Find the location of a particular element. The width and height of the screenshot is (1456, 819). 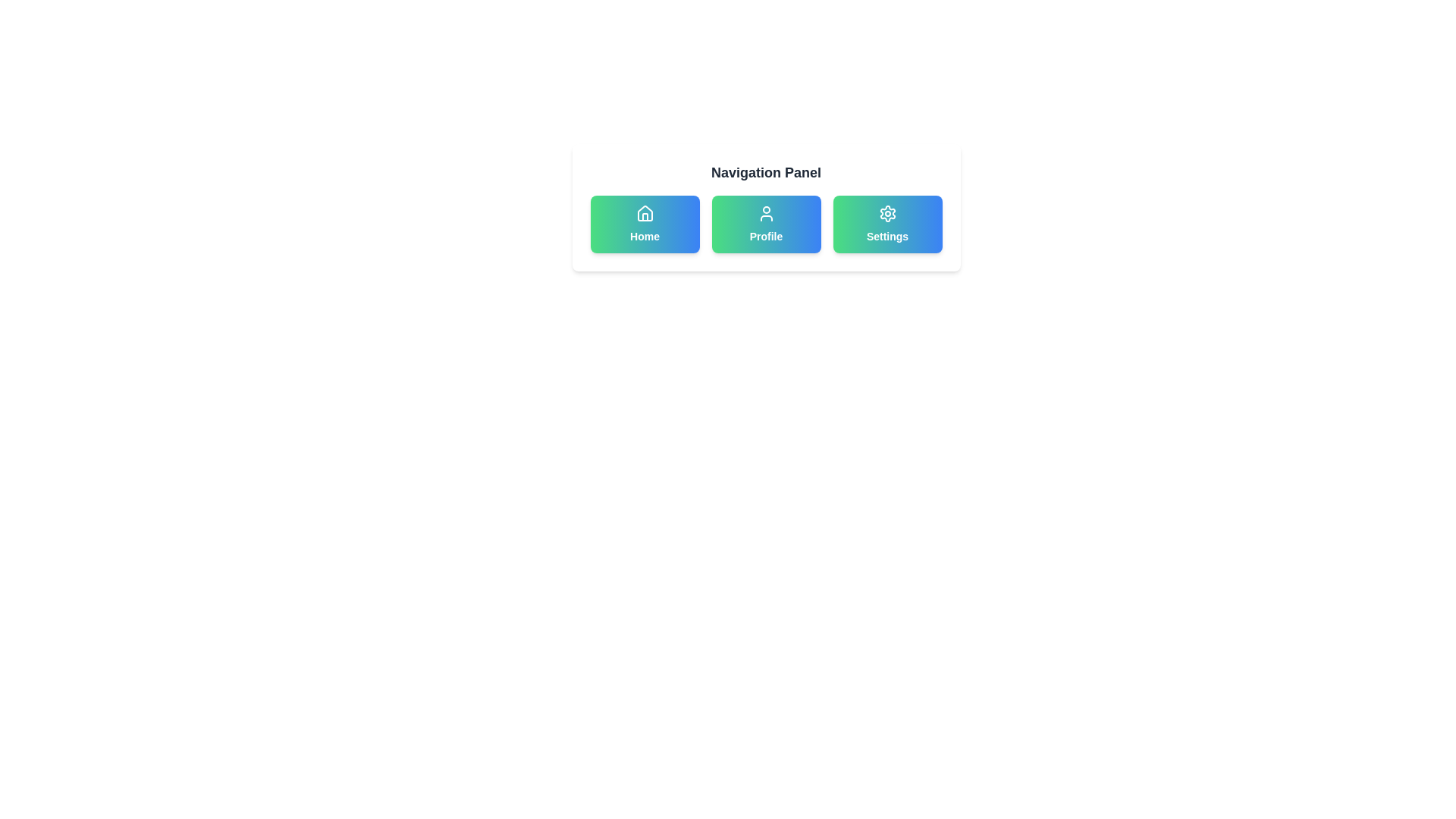

the 'Profile' button located in the central column between 'Home' and 'Settings' is located at coordinates (766, 224).